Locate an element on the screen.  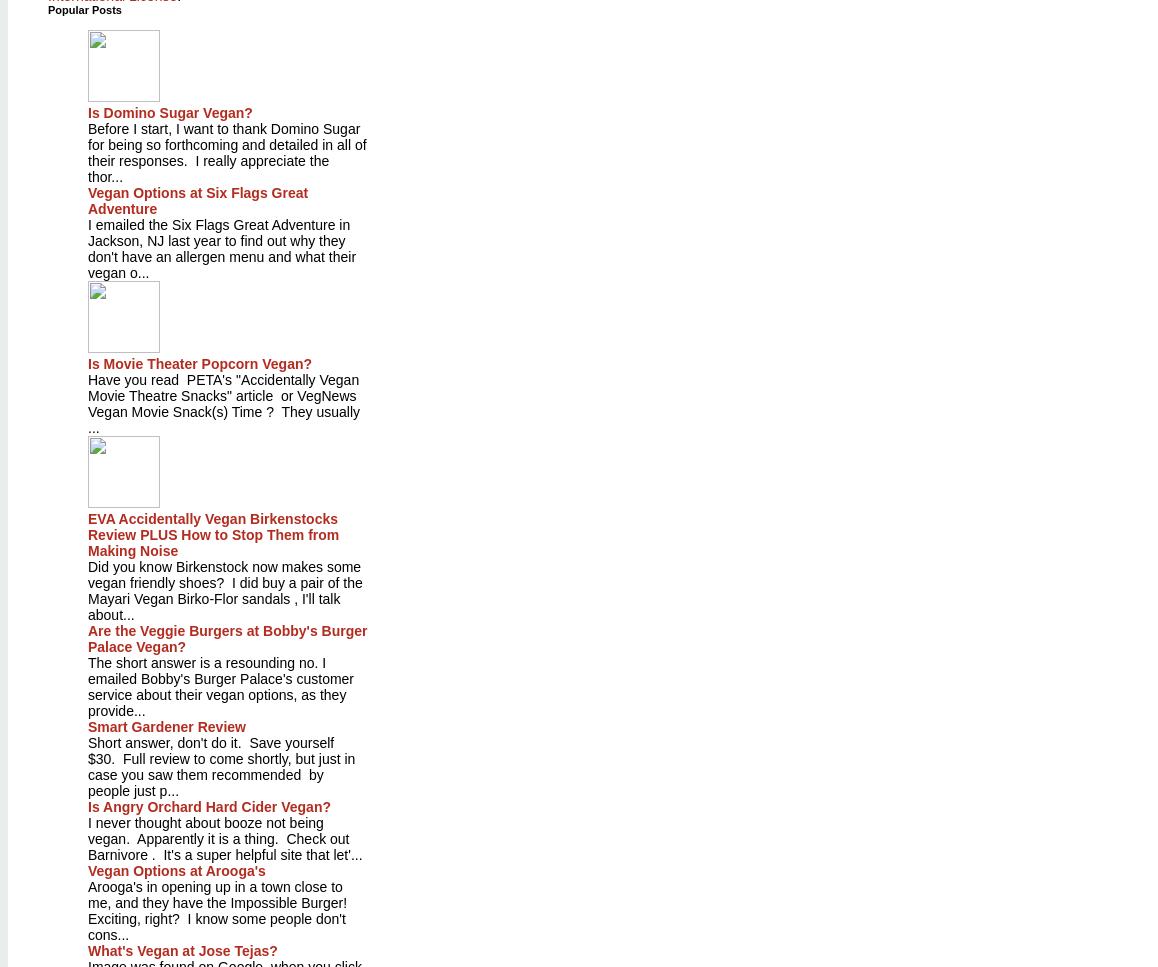
'Popular Posts' is located at coordinates (47, 8).